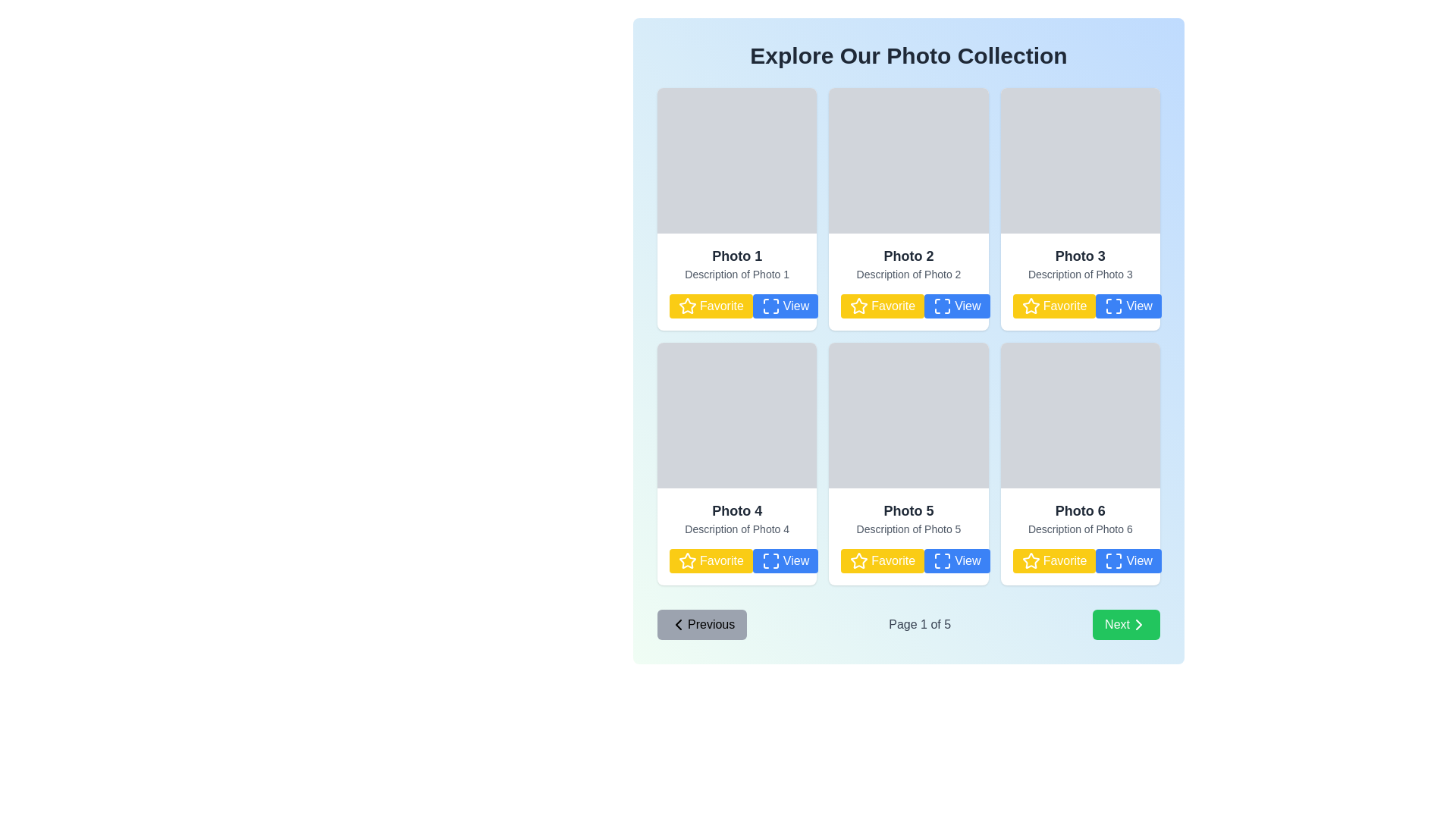 The height and width of the screenshot is (819, 1456). Describe the element at coordinates (737, 529) in the screenshot. I see `description displayed in the text label showing 'Description of Photo 4', which is located in the second row, first column of the photo grid beneath the header 'Photo 4'` at that location.